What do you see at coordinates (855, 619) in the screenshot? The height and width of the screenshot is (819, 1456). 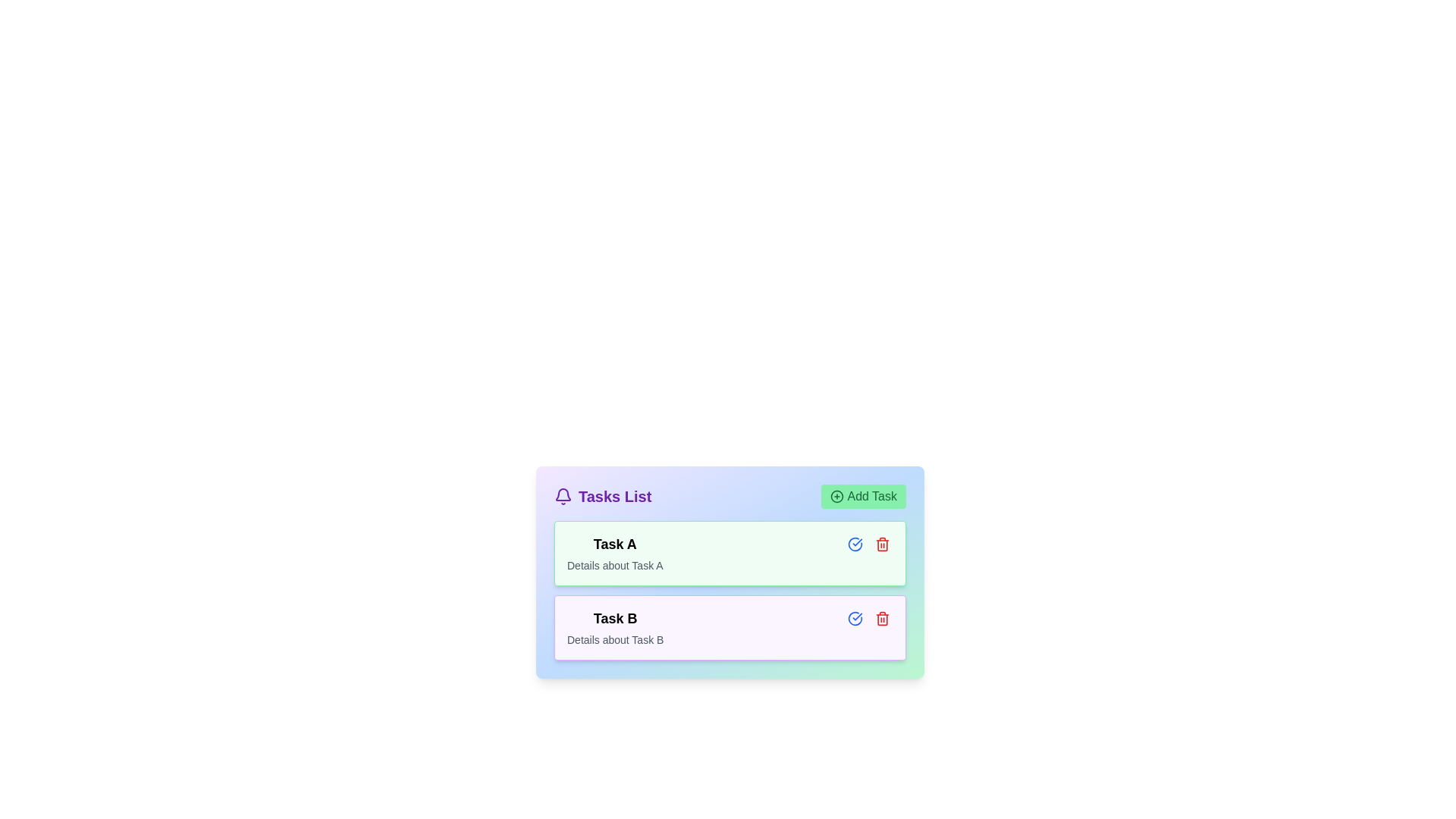 I see `the circular blue check icon located within the action controls of the 'Task B' row` at bounding box center [855, 619].